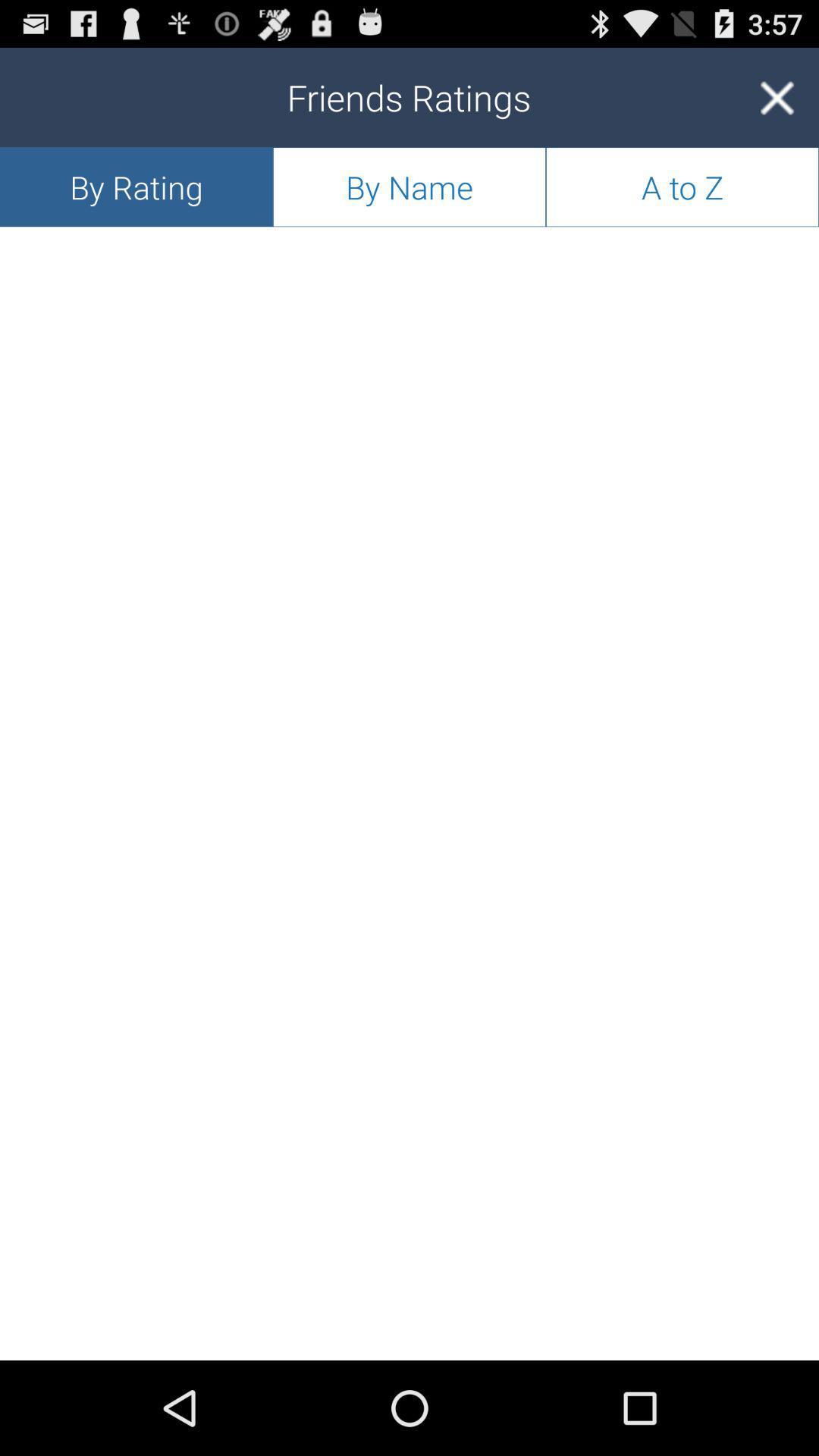 This screenshot has width=819, height=1456. What do you see at coordinates (136, 186) in the screenshot?
I see `the app to the left of the by name icon` at bounding box center [136, 186].